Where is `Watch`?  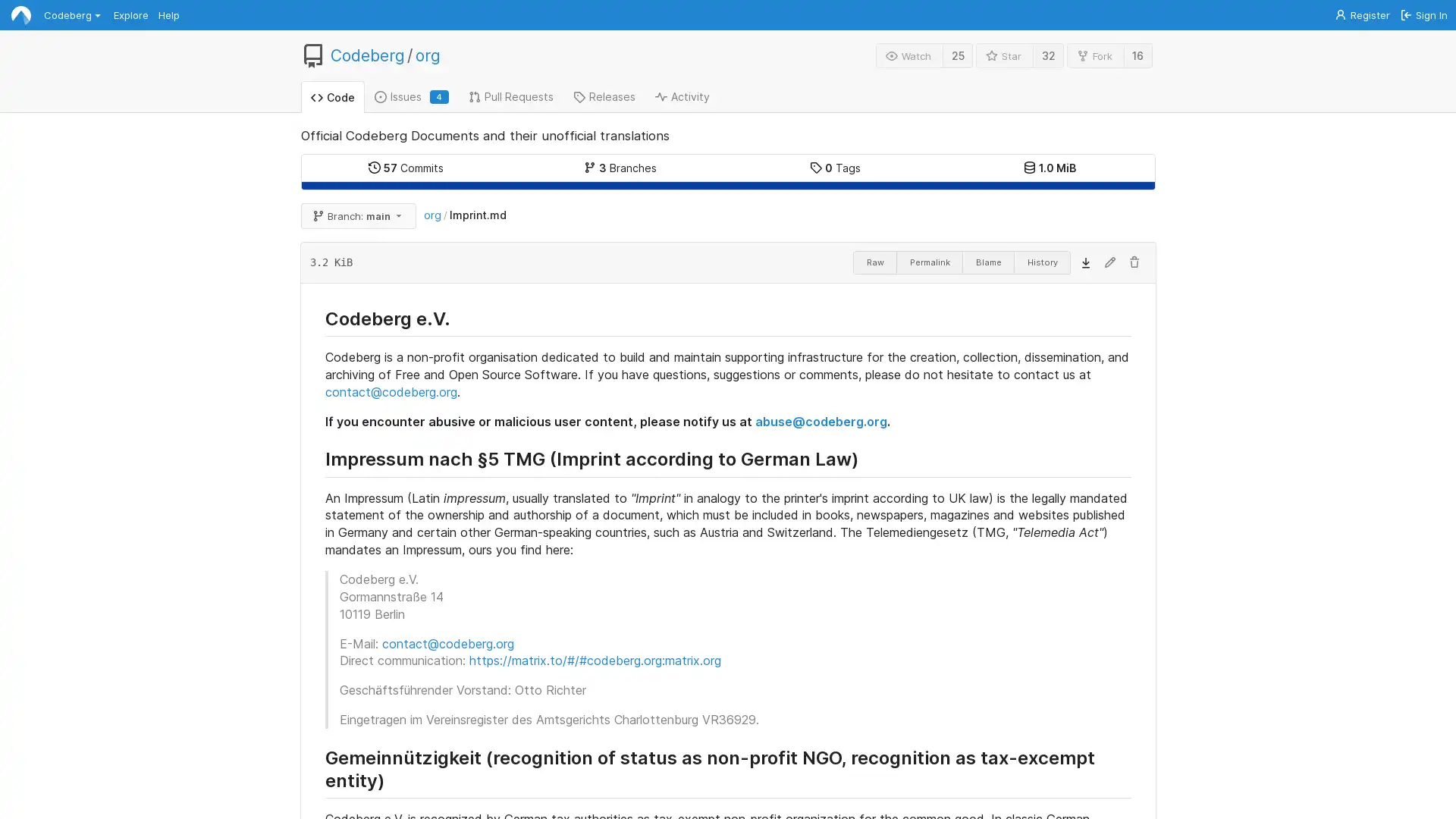 Watch is located at coordinates (909, 55).